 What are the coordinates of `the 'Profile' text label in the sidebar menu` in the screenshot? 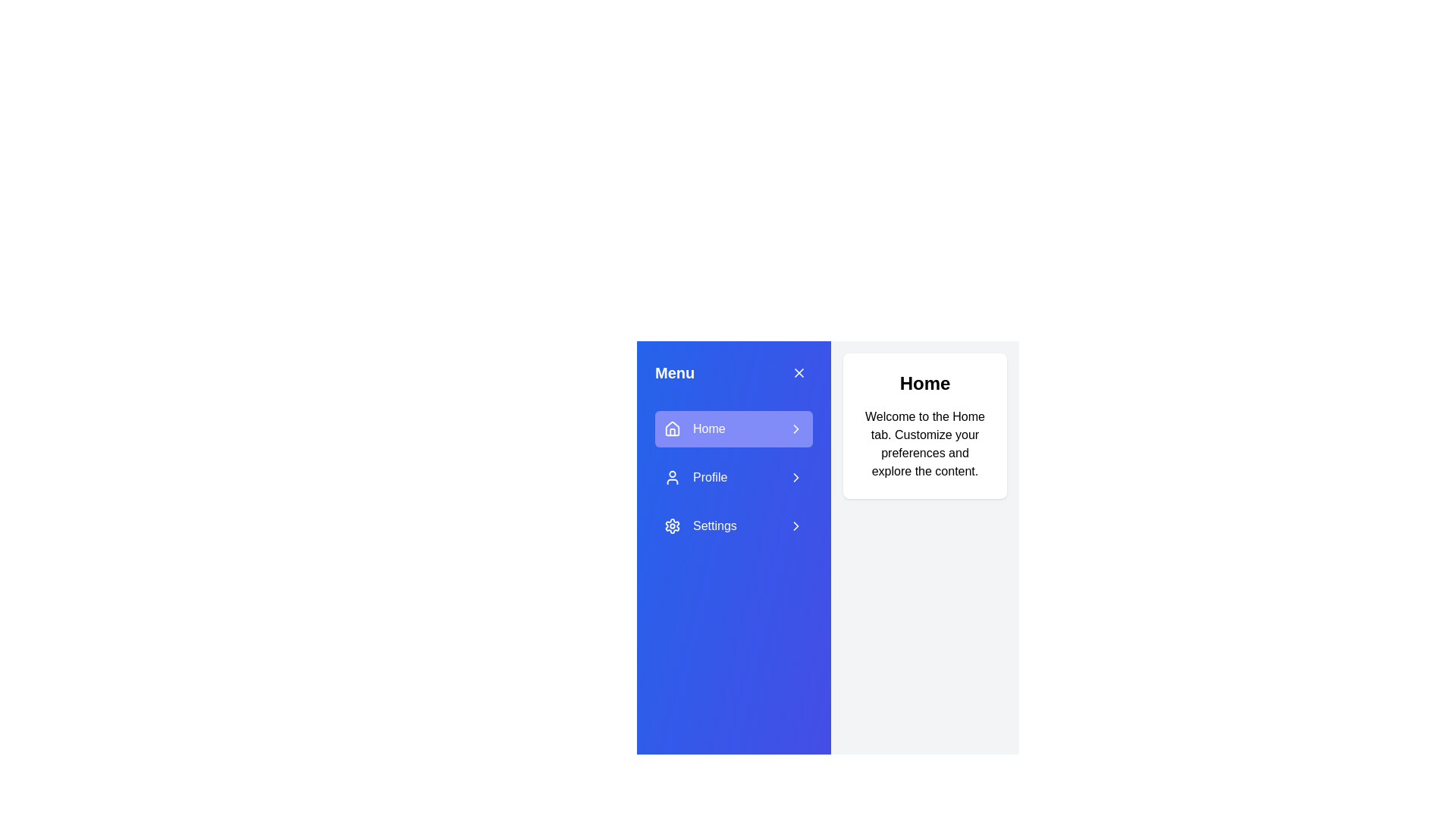 It's located at (709, 476).